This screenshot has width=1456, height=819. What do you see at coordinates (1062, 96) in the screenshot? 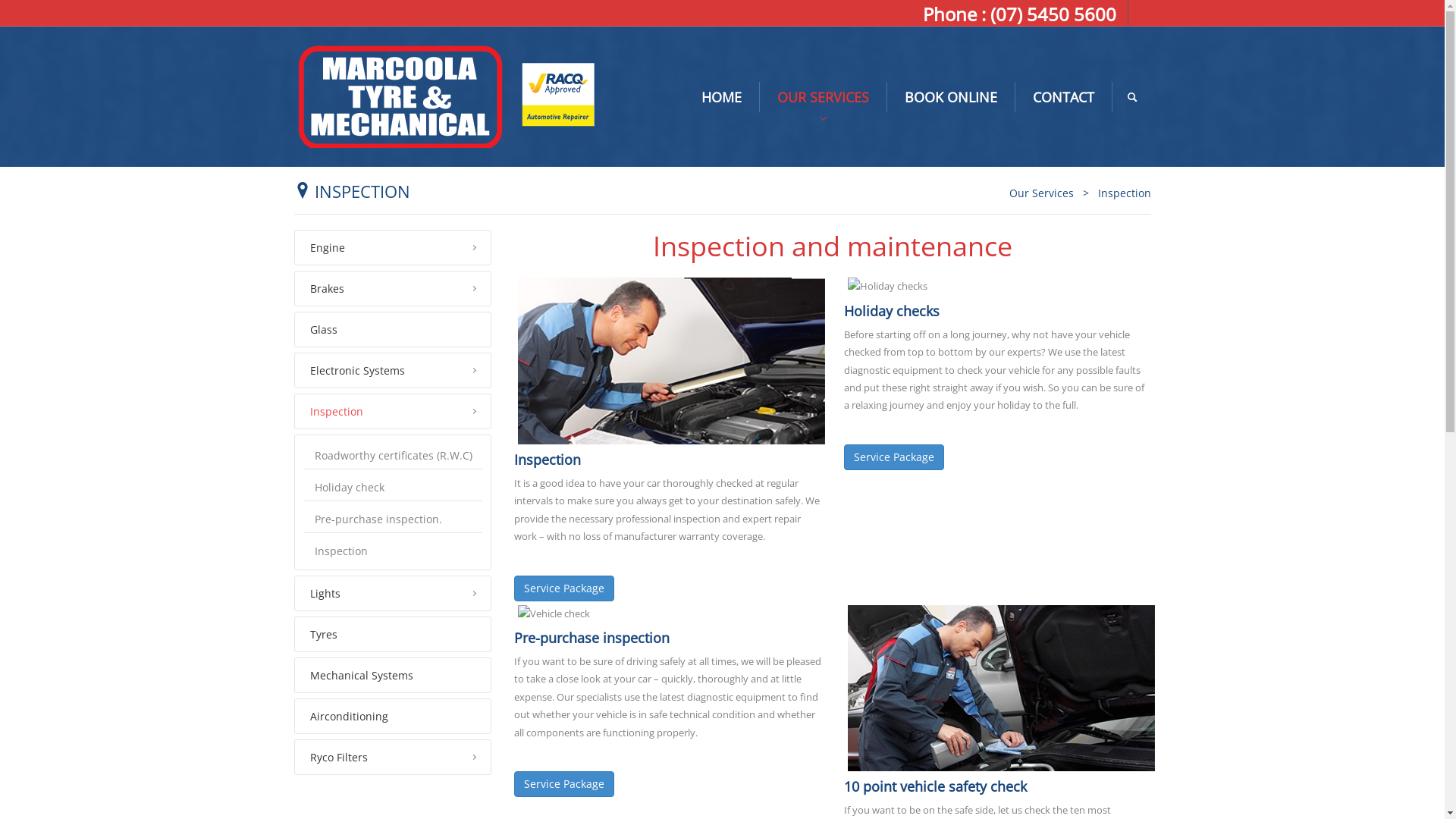
I see `'CONTACT'` at bounding box center [1062, 96].